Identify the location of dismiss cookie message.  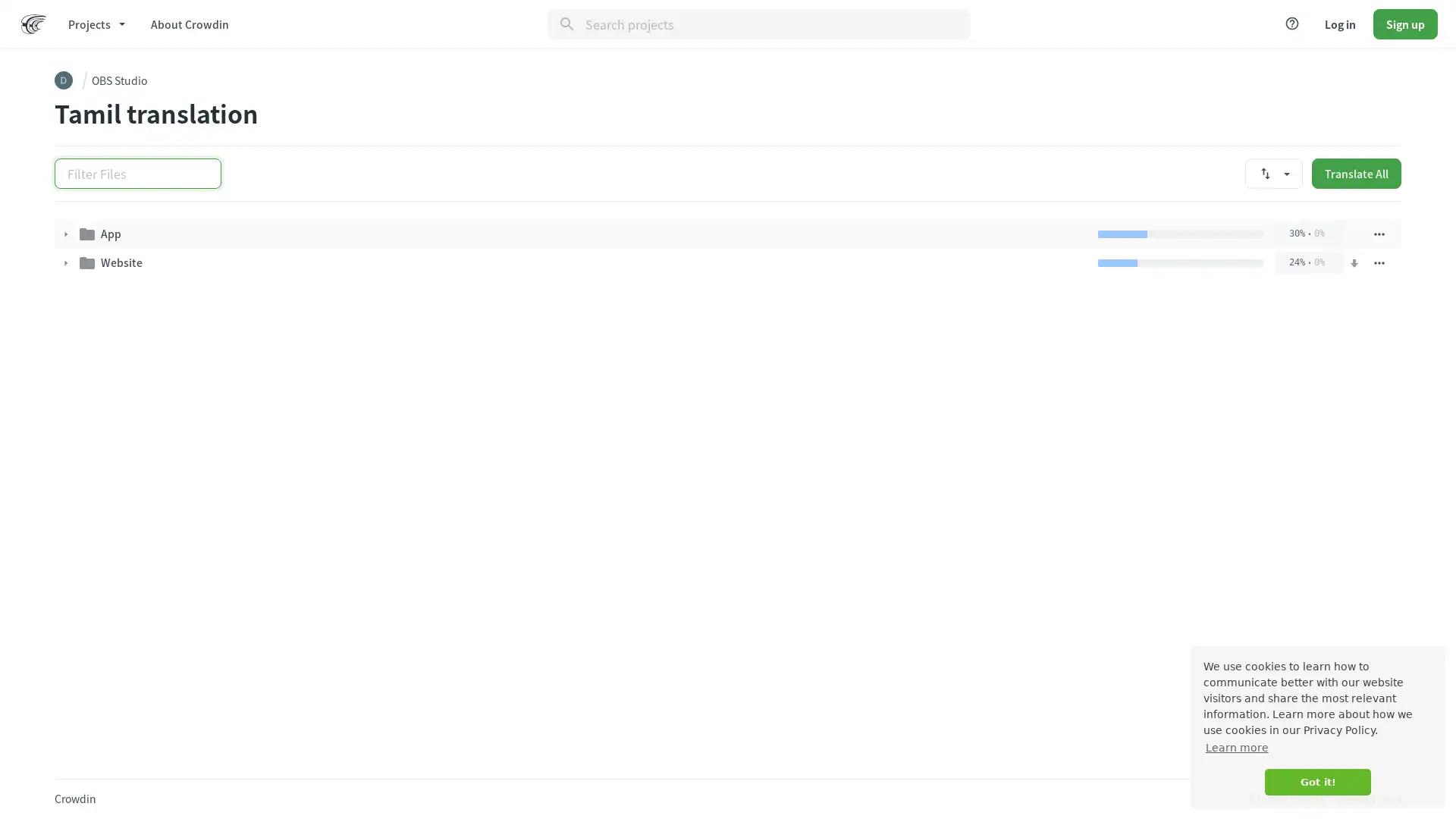
(1316, 782).